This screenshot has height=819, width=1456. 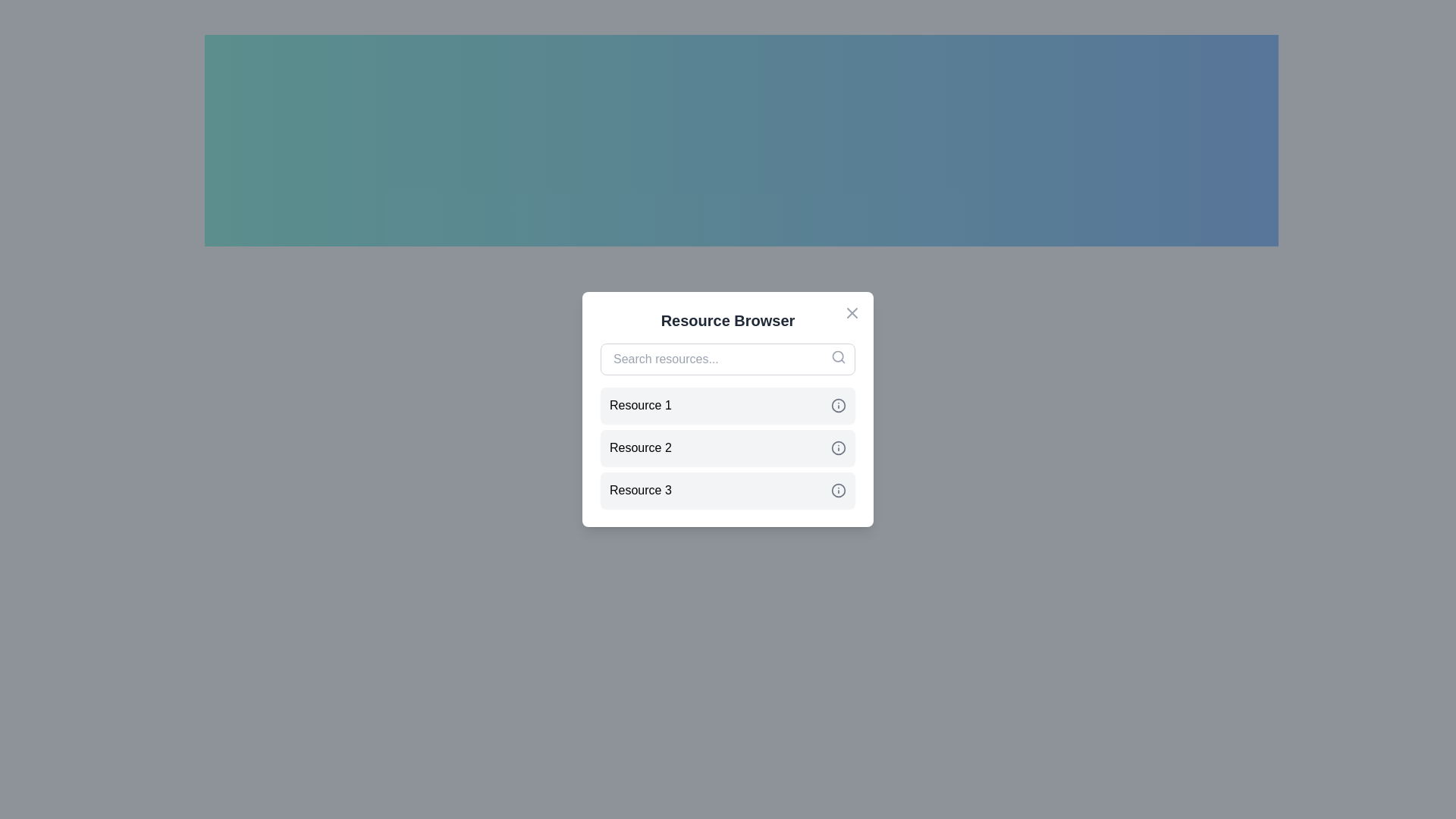 I want to click on the inner circle element of the SVG icon located to the right of the 'Resource 2' label in the 'Resource Browser' modal dialog, so click(x=837, y=447).